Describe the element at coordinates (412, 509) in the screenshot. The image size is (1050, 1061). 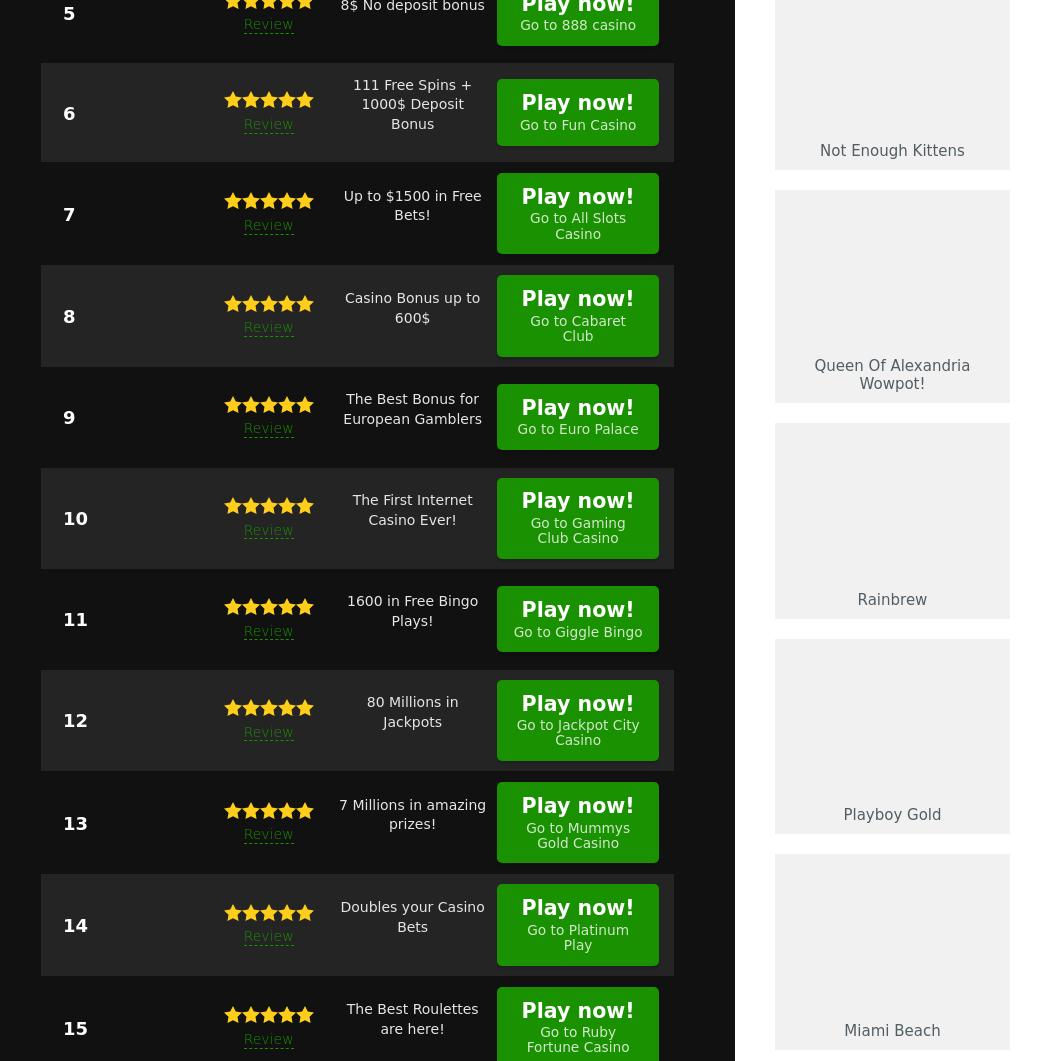
I see `'The First Internet Casino Ever!'` at that location.